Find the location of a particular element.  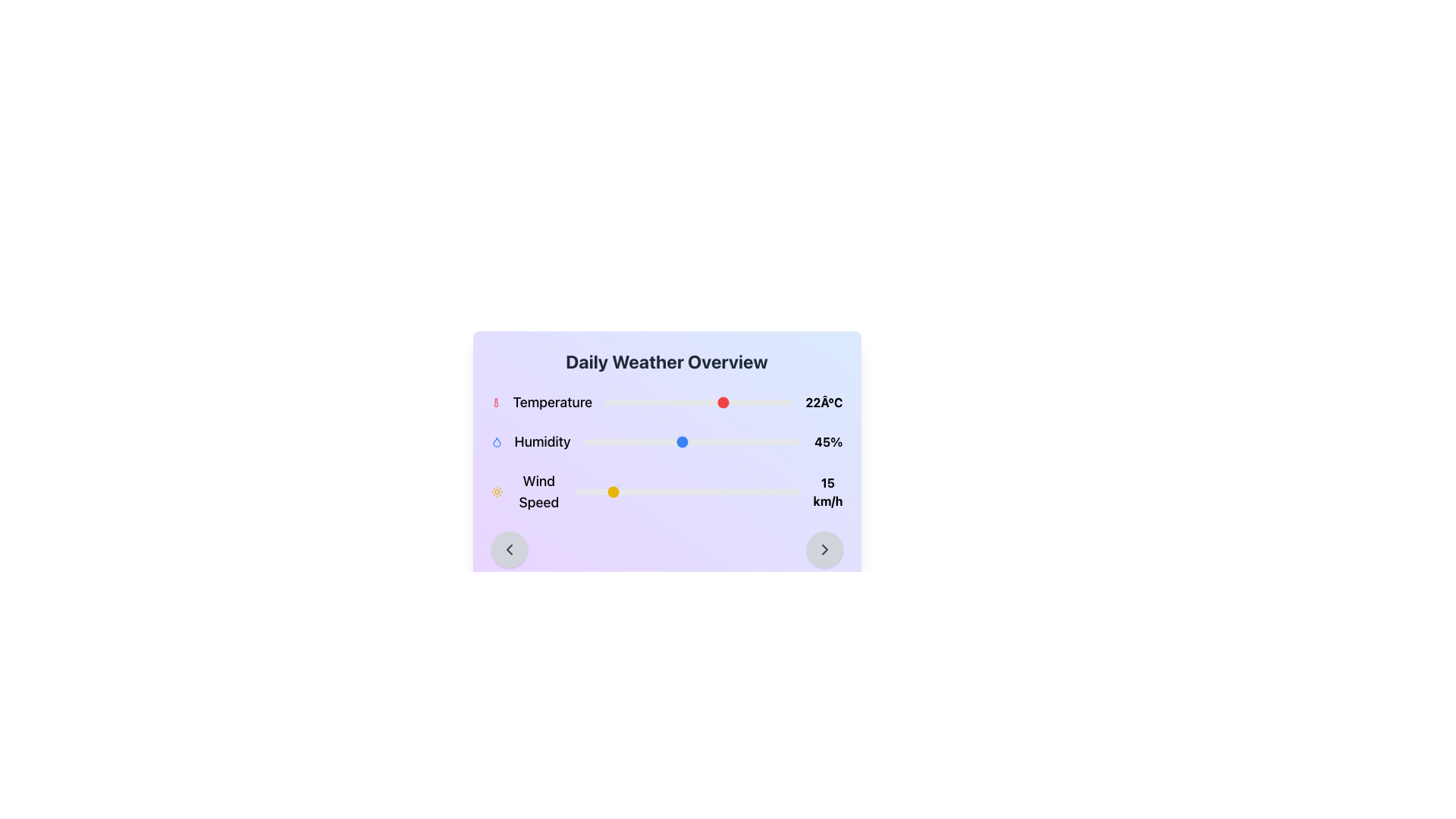

the wind speed is located at coordinates (738, 491).